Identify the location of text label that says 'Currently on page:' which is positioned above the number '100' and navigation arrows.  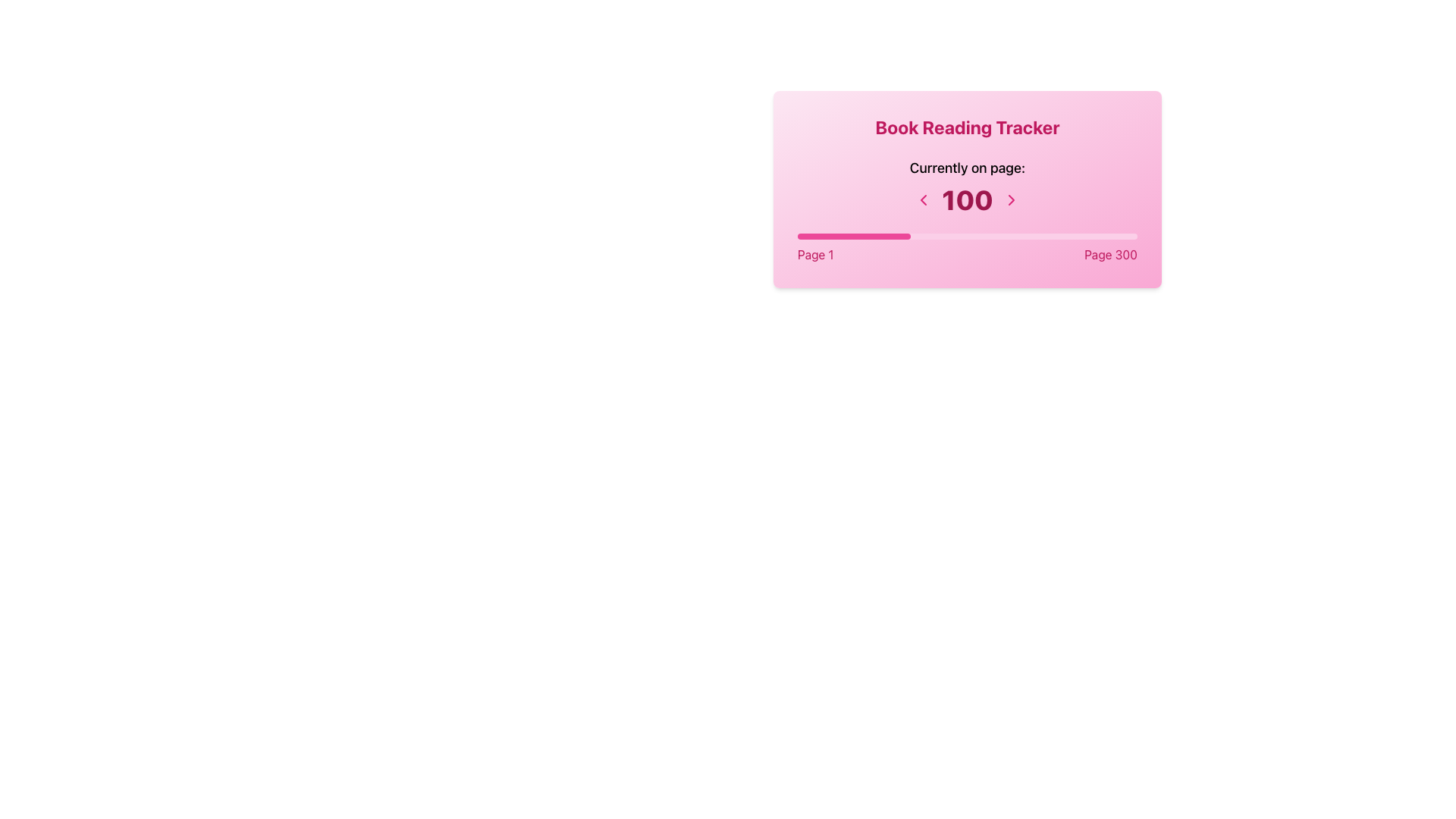
(967, 168).